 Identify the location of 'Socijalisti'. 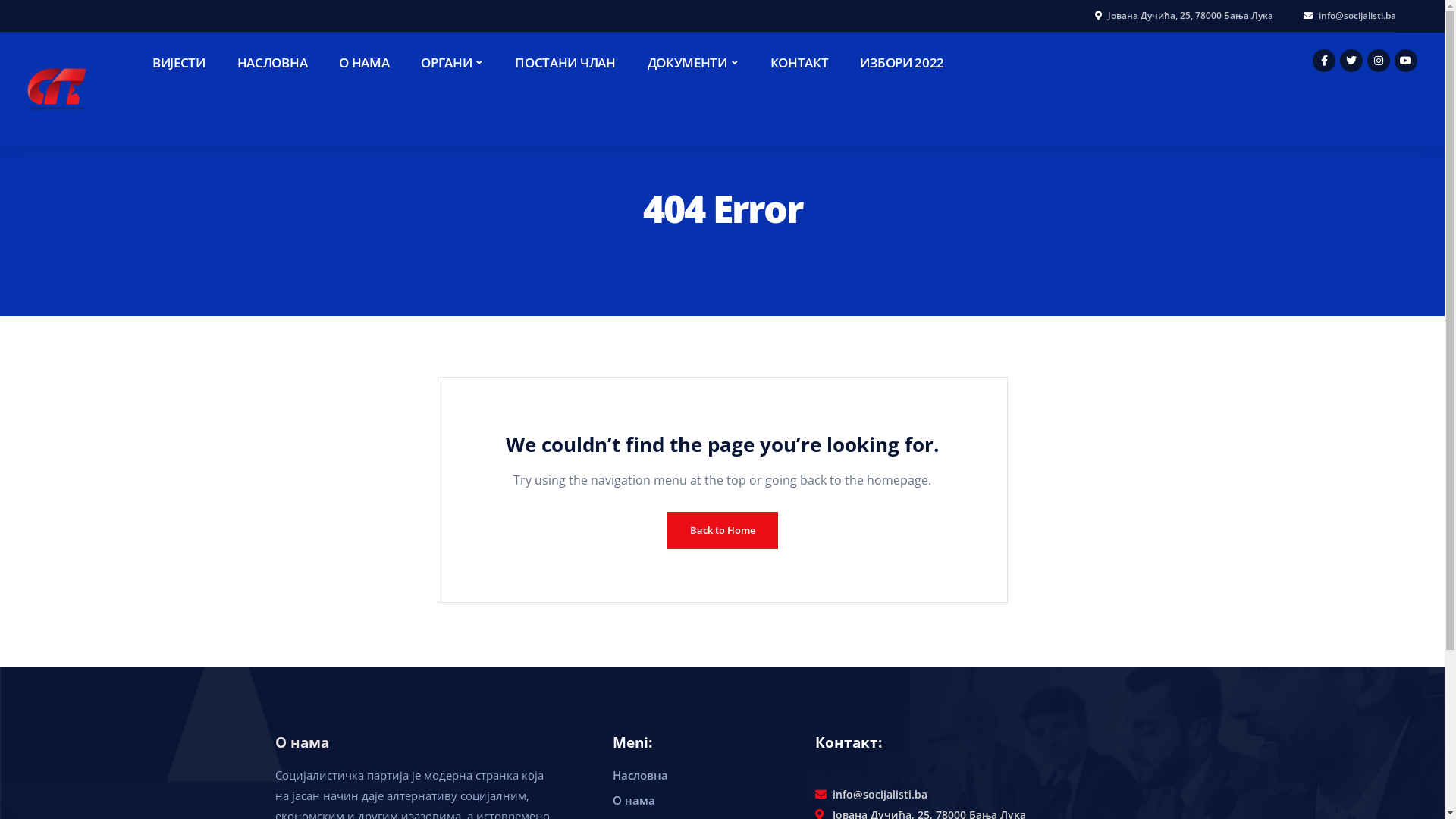
(0, 89).